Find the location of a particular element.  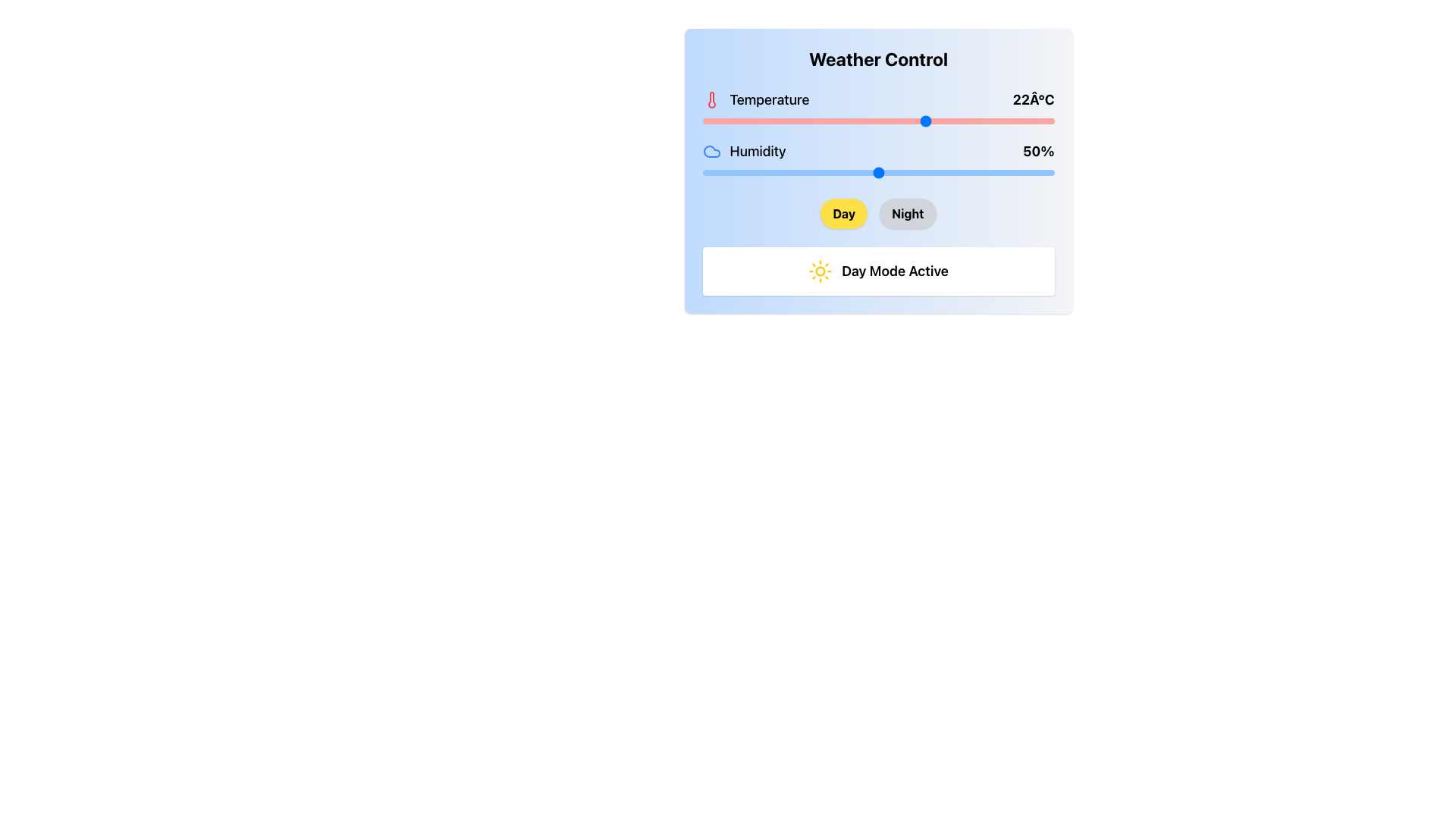

the humidity level is located at coordinates (839, 171).